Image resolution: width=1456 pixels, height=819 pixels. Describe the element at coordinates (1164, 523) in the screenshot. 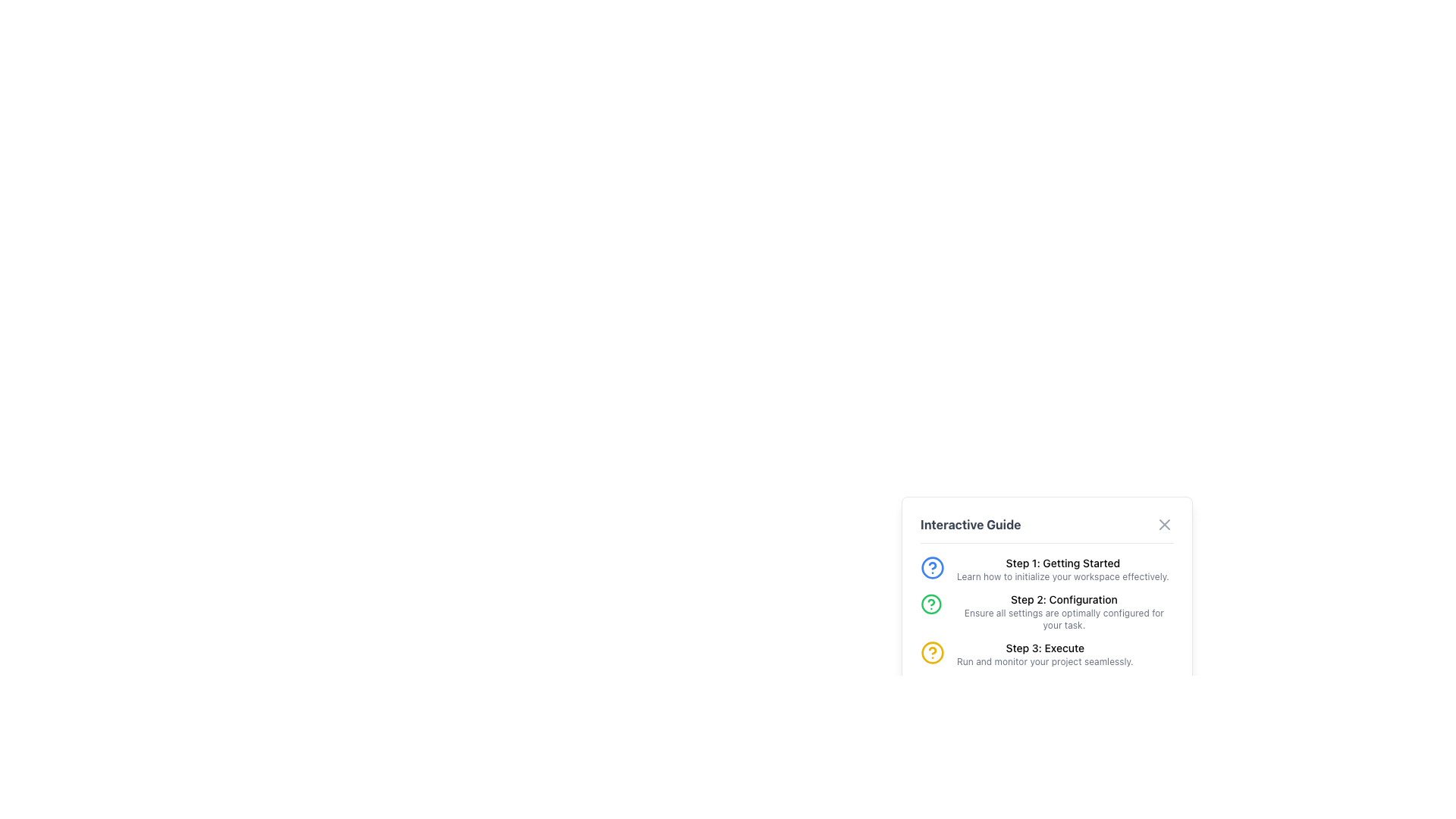

I see `the close button located at the top-right corner of the 'Interactive Guide' section to change its color` at that location.